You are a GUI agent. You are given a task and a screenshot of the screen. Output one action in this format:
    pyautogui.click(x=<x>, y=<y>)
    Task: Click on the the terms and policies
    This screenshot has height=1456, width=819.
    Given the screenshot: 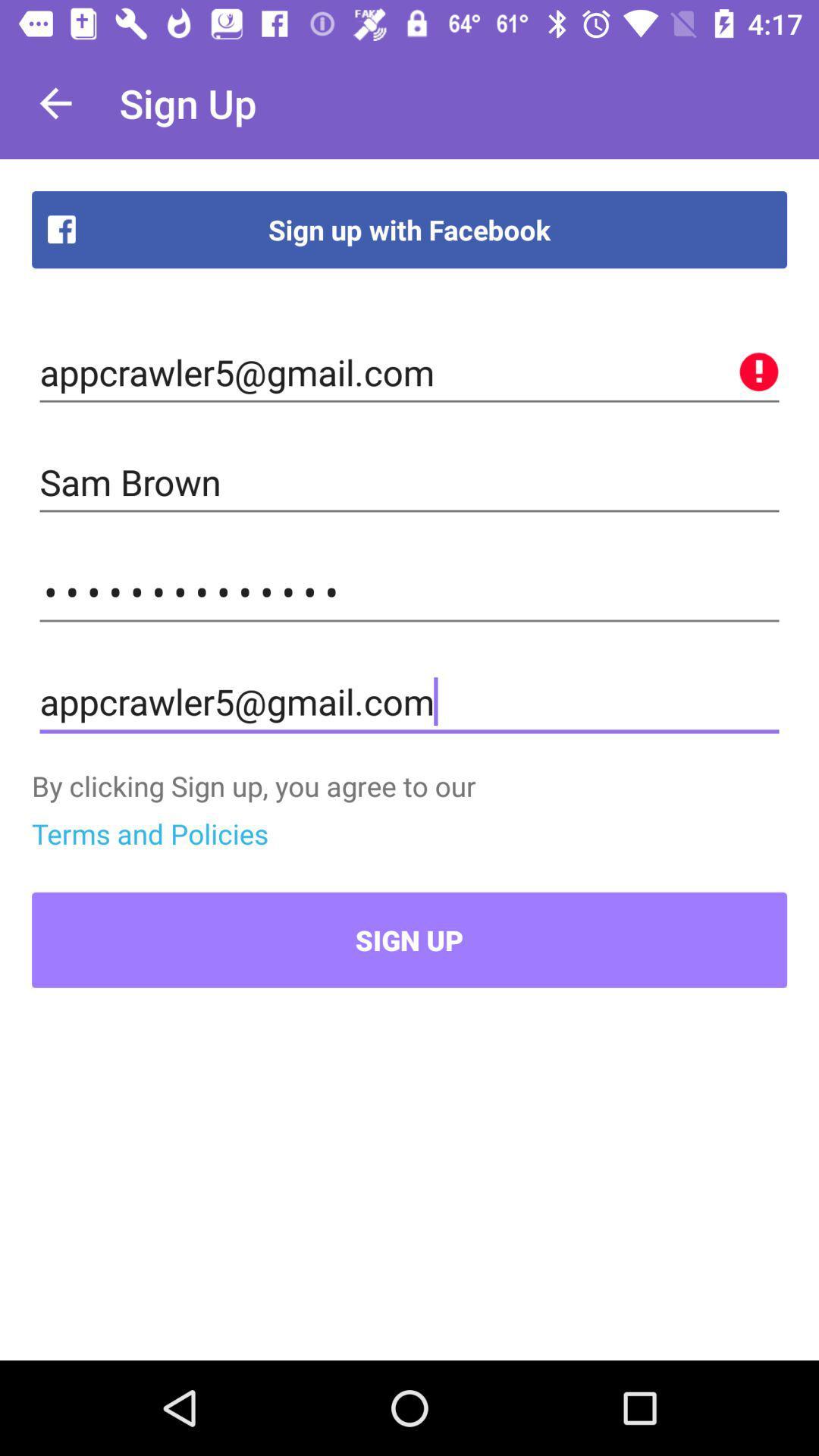 What is the action you would take?
    pyautogui.click(x=149, y=833)
    